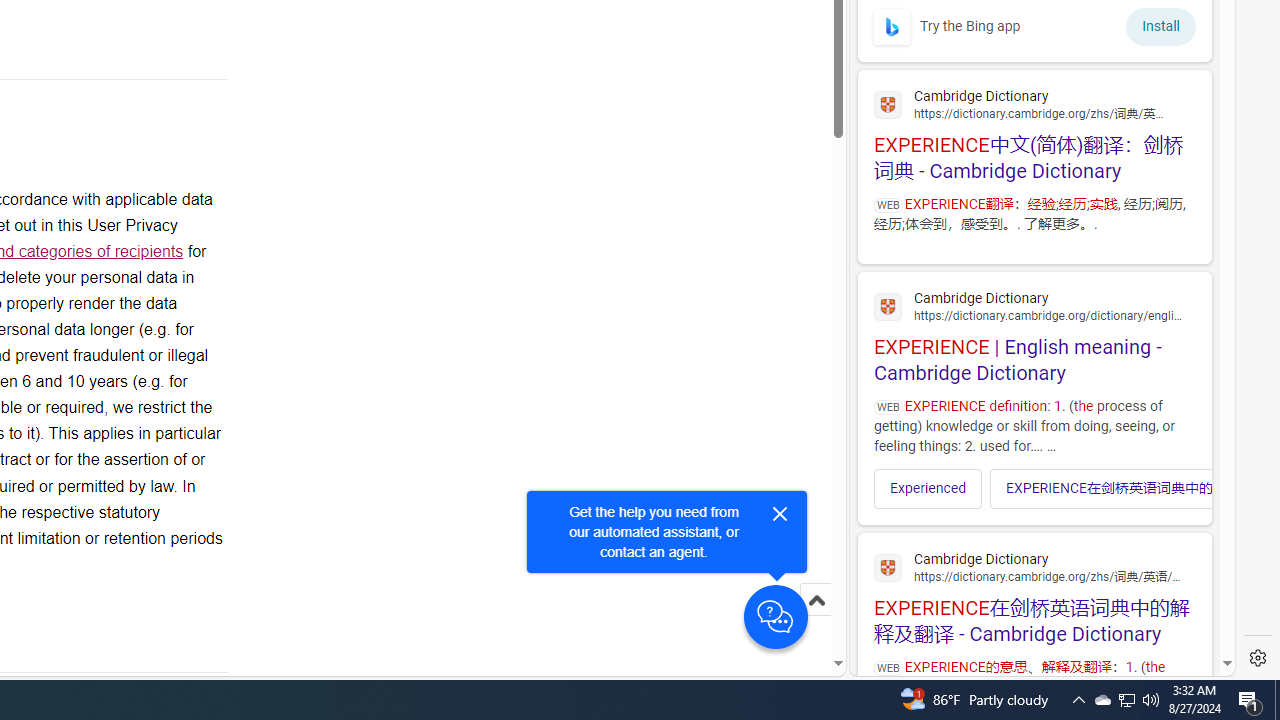  What do you see at coordinates (927, 488) in the screenshot?
I see `'Experienced'` at bounding box center [927, 488].